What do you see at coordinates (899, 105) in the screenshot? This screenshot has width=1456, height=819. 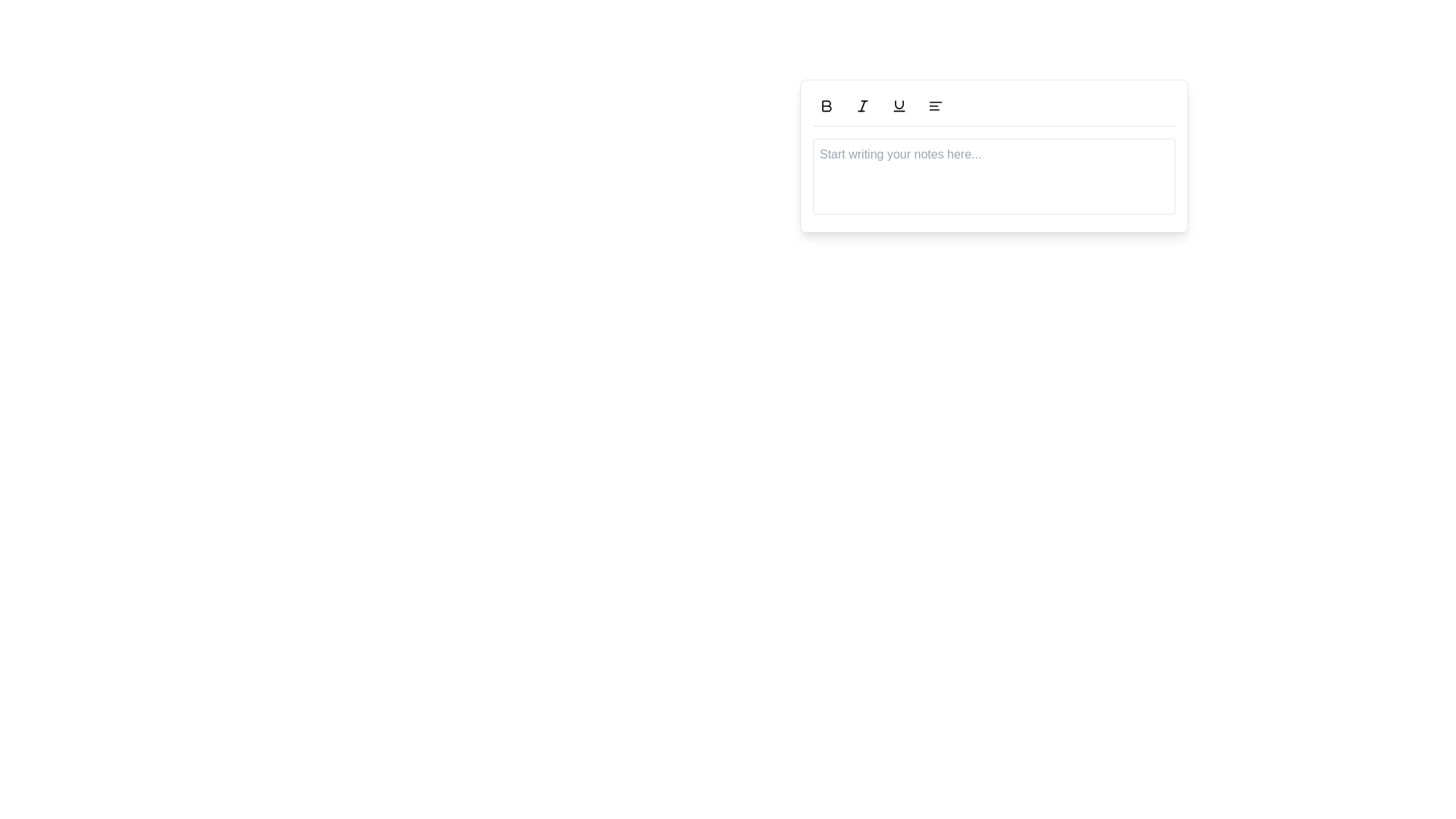 I see `the U-shaped underline icon button in the text formatting toolbar` at bounding box center [899, 105].